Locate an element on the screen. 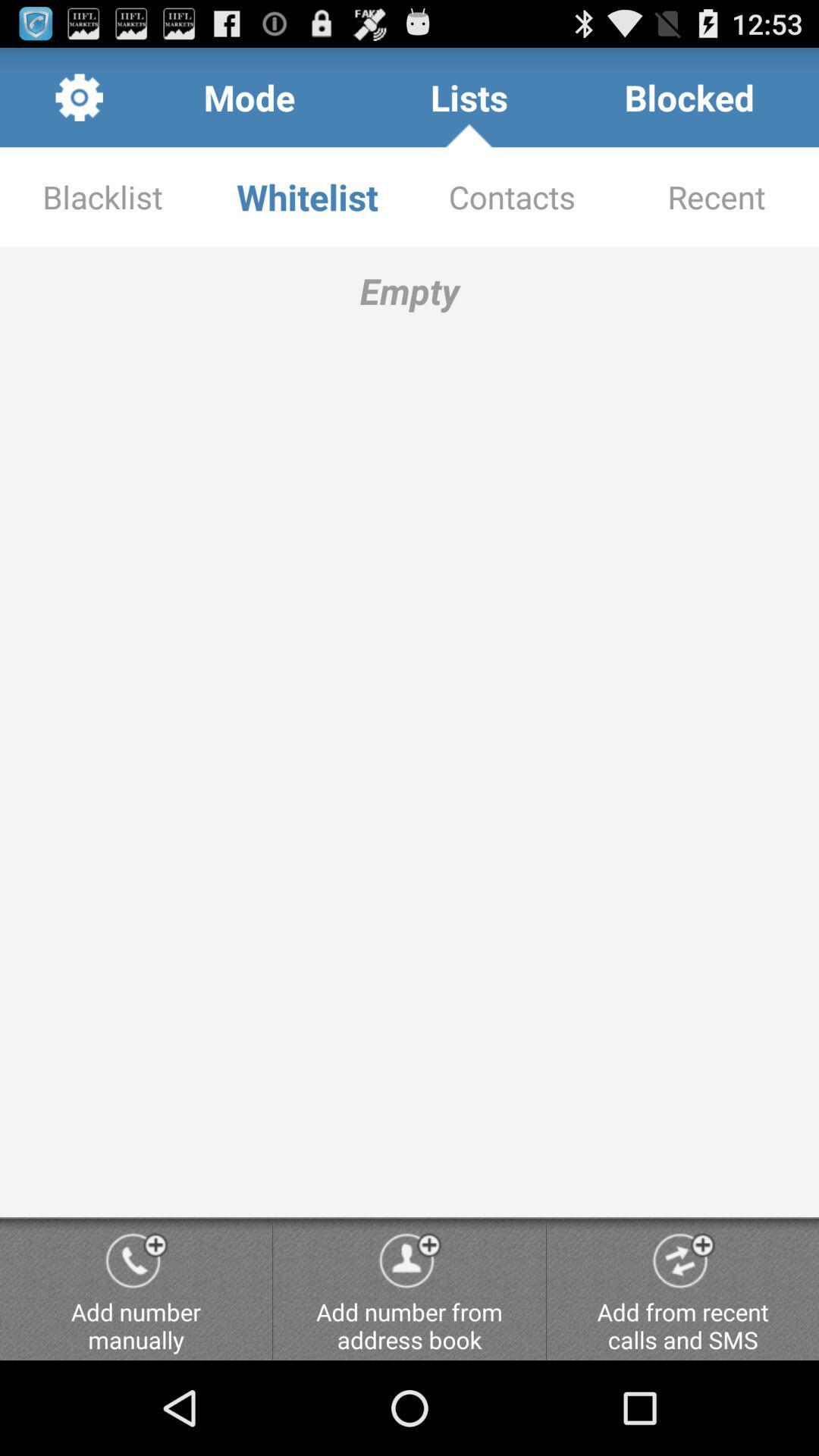 The image size is (819, 1456). the blacklist app is located at coordinates (102, 196).